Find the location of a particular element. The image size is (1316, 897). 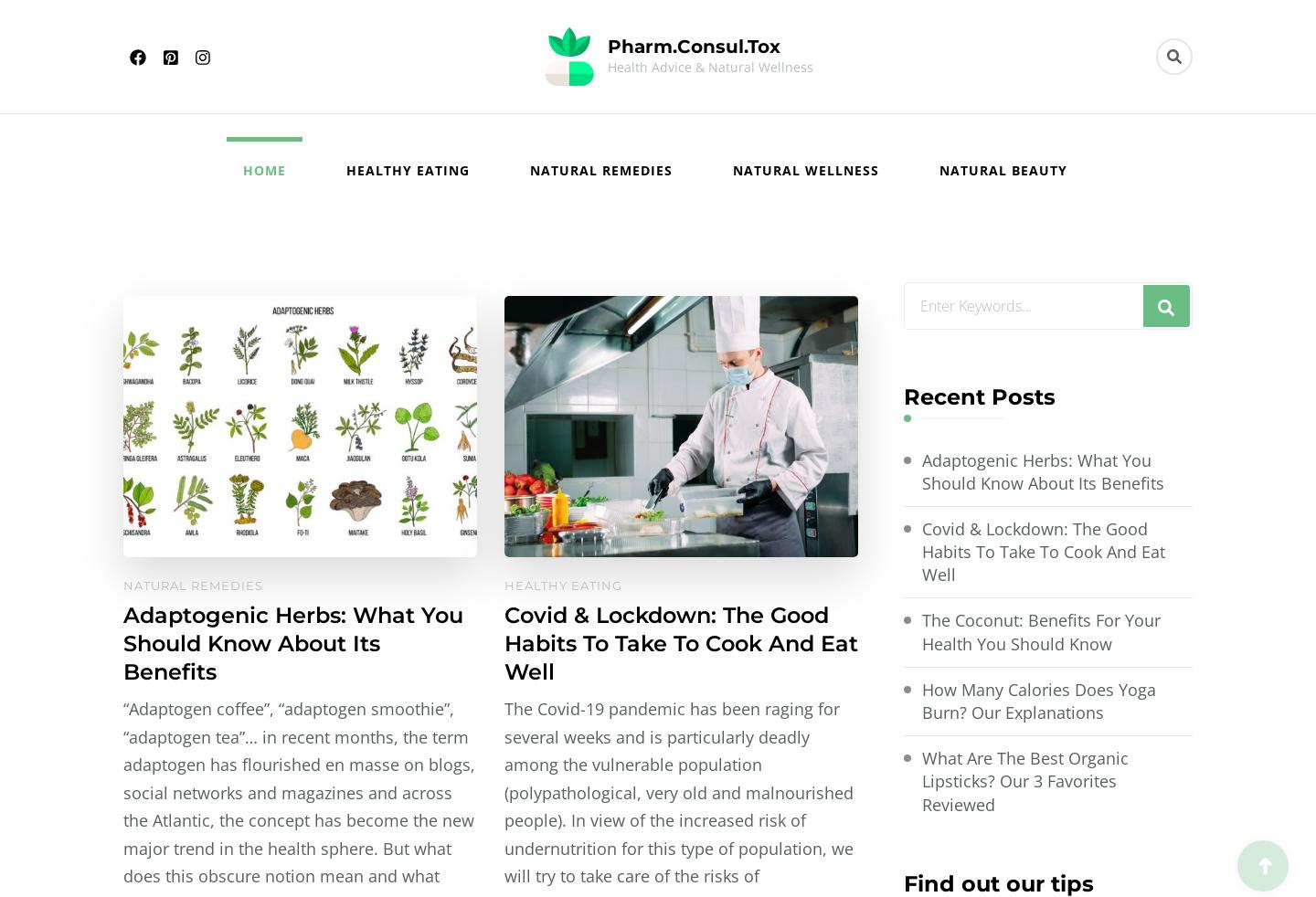

'Natural Wellness' is located at coordinates (803, 169).